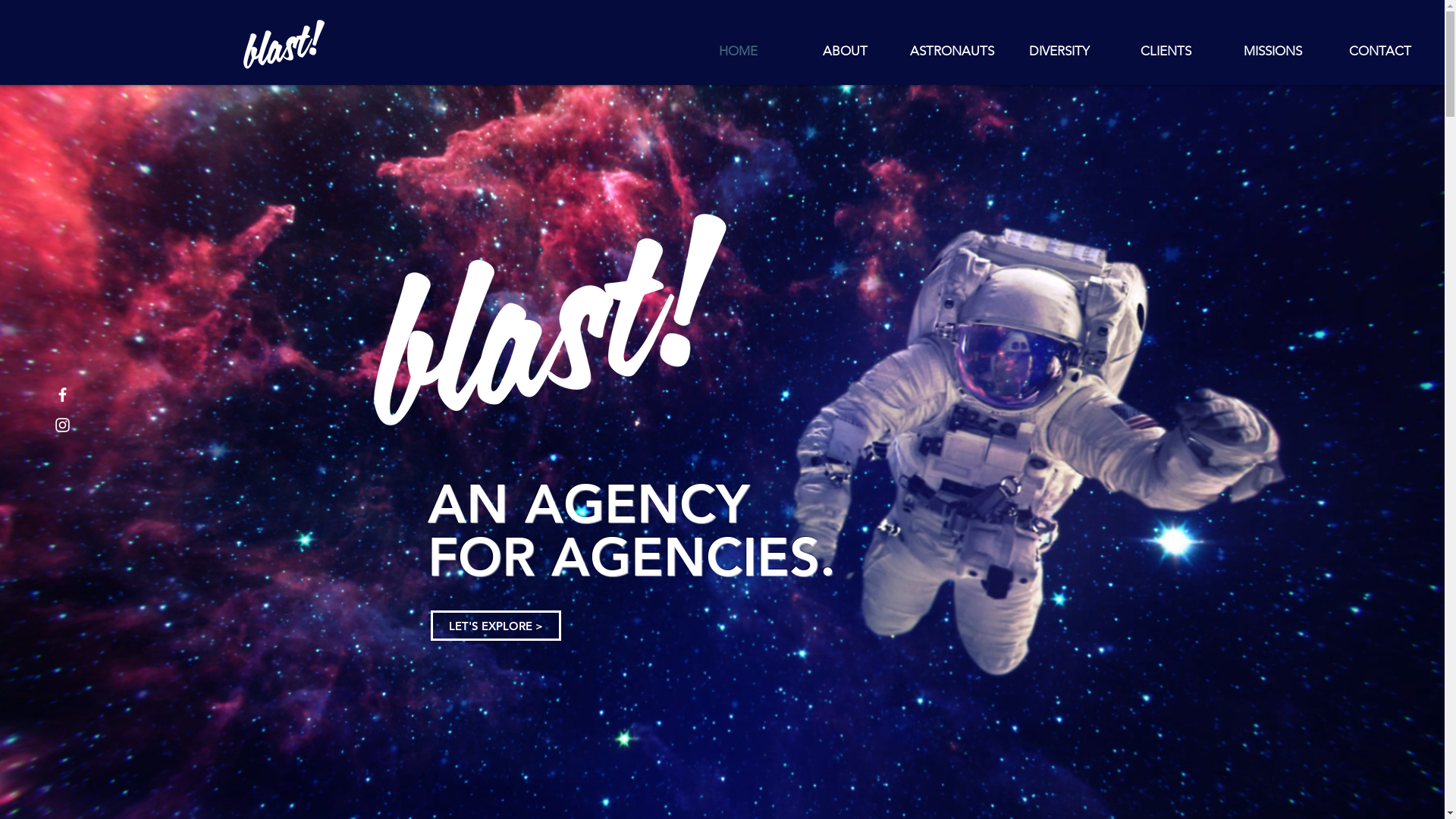 Image resolution: width=1456 pixels, height=819 pixels. I want to click on 'CONTACT', so click(1379, 49).